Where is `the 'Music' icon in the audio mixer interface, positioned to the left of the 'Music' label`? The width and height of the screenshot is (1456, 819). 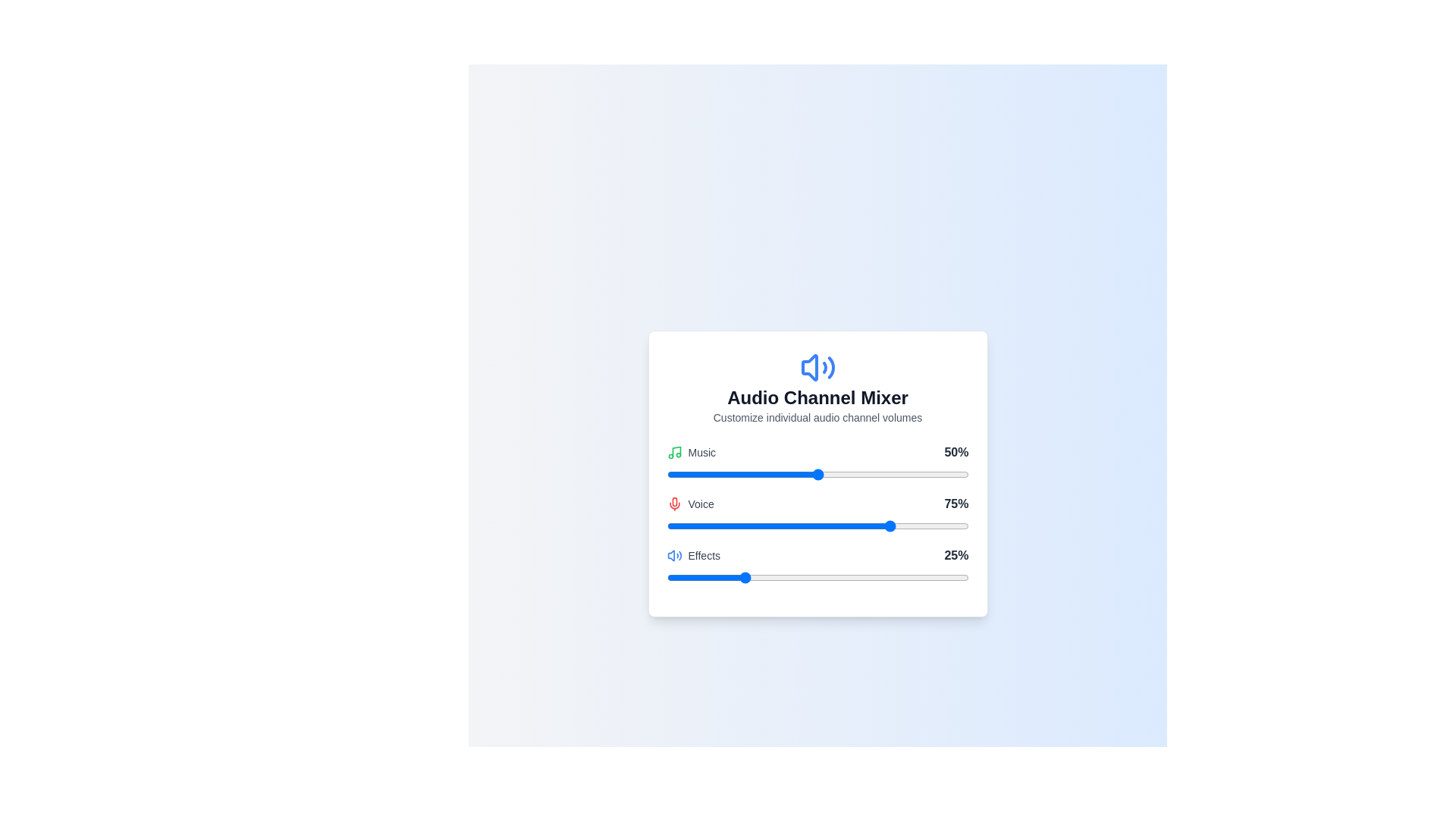
the 'Music' icon in the audio mixer interface, positioned to the left of the 'Music' label is located at coordinates (673, 452).